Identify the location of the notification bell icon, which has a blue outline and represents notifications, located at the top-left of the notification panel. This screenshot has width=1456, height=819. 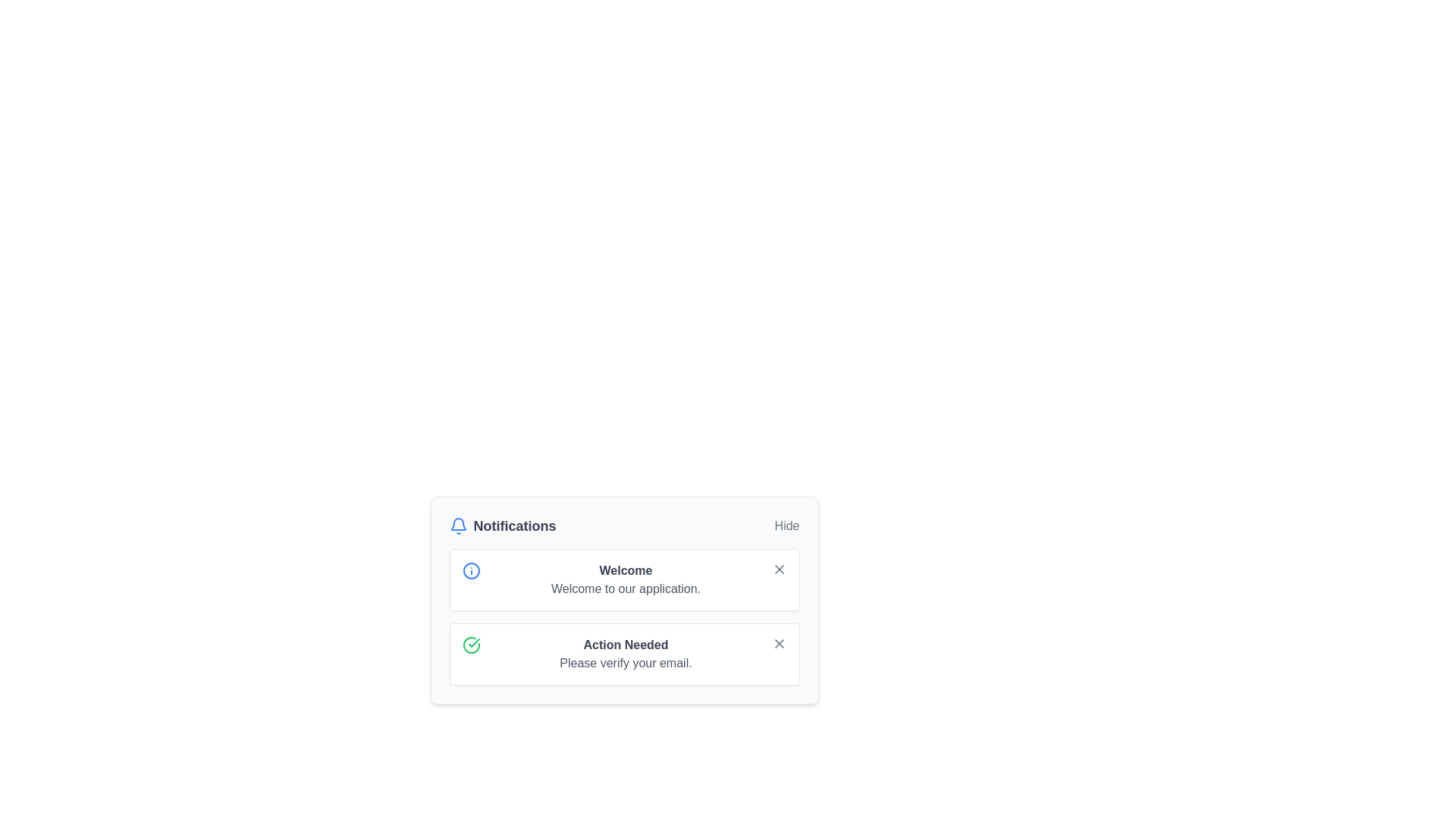
(457, 523).